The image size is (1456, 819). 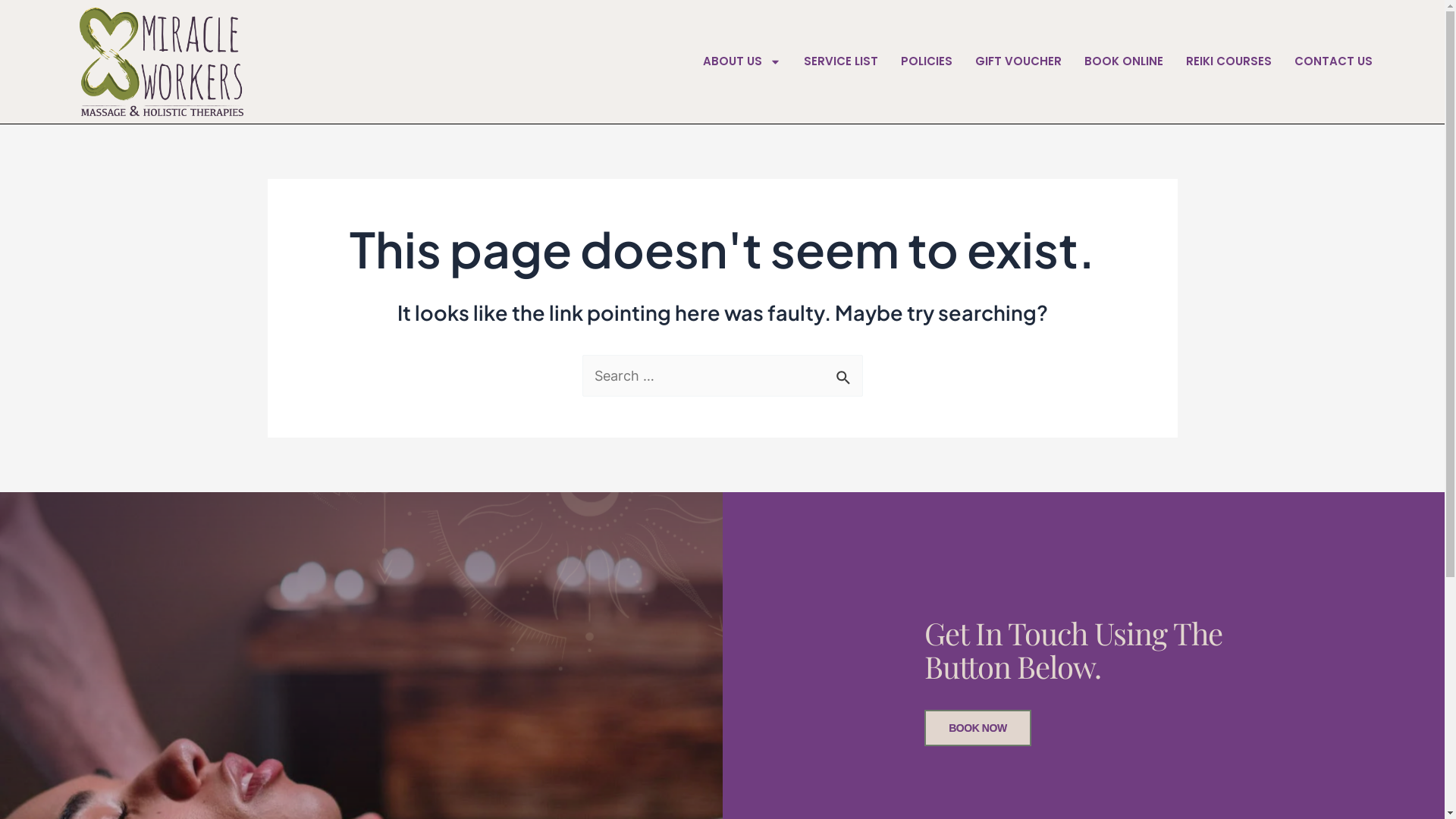 What do you see at coordinates (1332, 61) in the screenshot?
I see `'CONTACT US'` at bounding box center [1332, 61].